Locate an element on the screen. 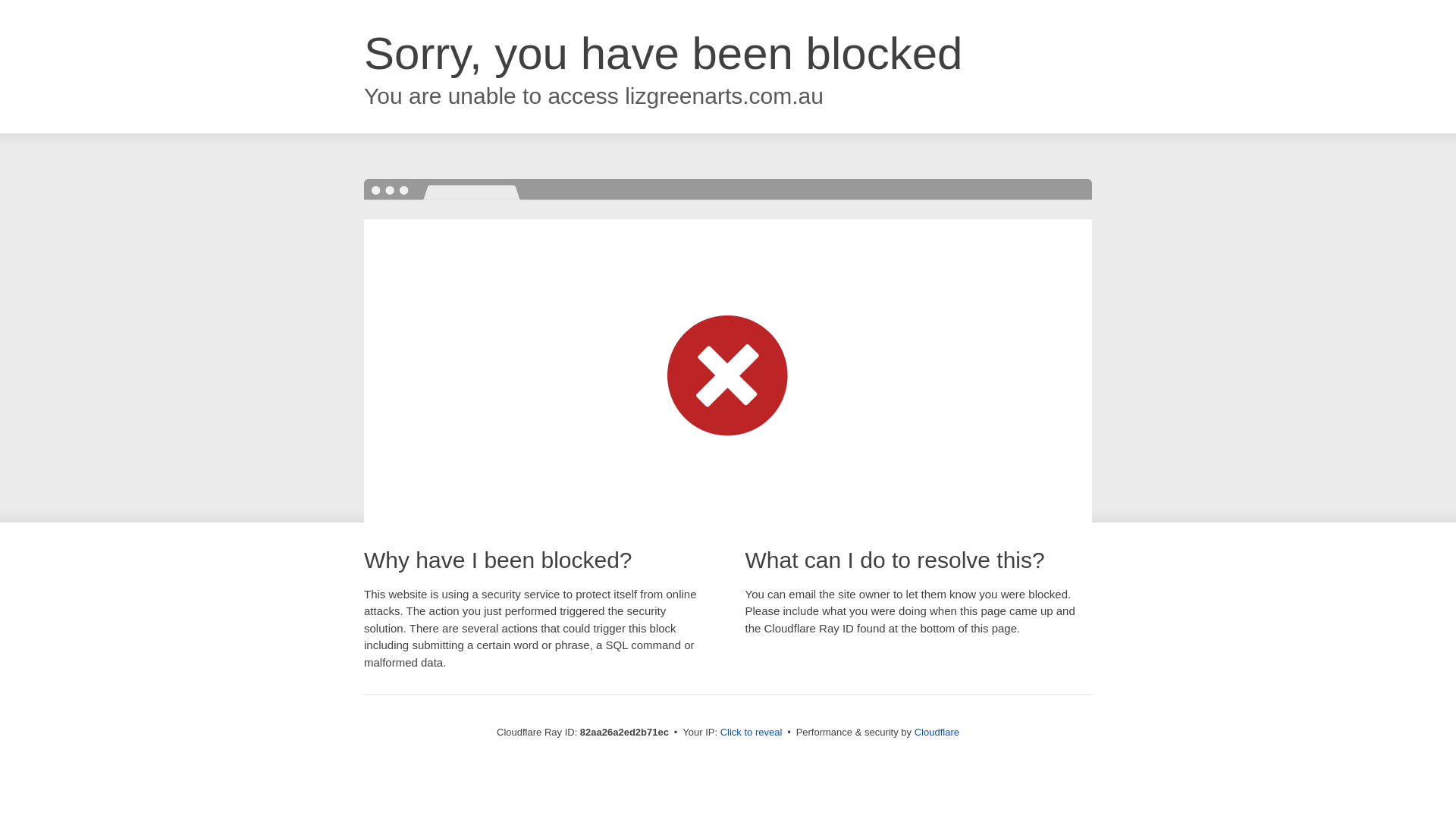 The height and width of the screenshot is (819, 1456). 'Cloudflare' is located at coordinates (936, 731).